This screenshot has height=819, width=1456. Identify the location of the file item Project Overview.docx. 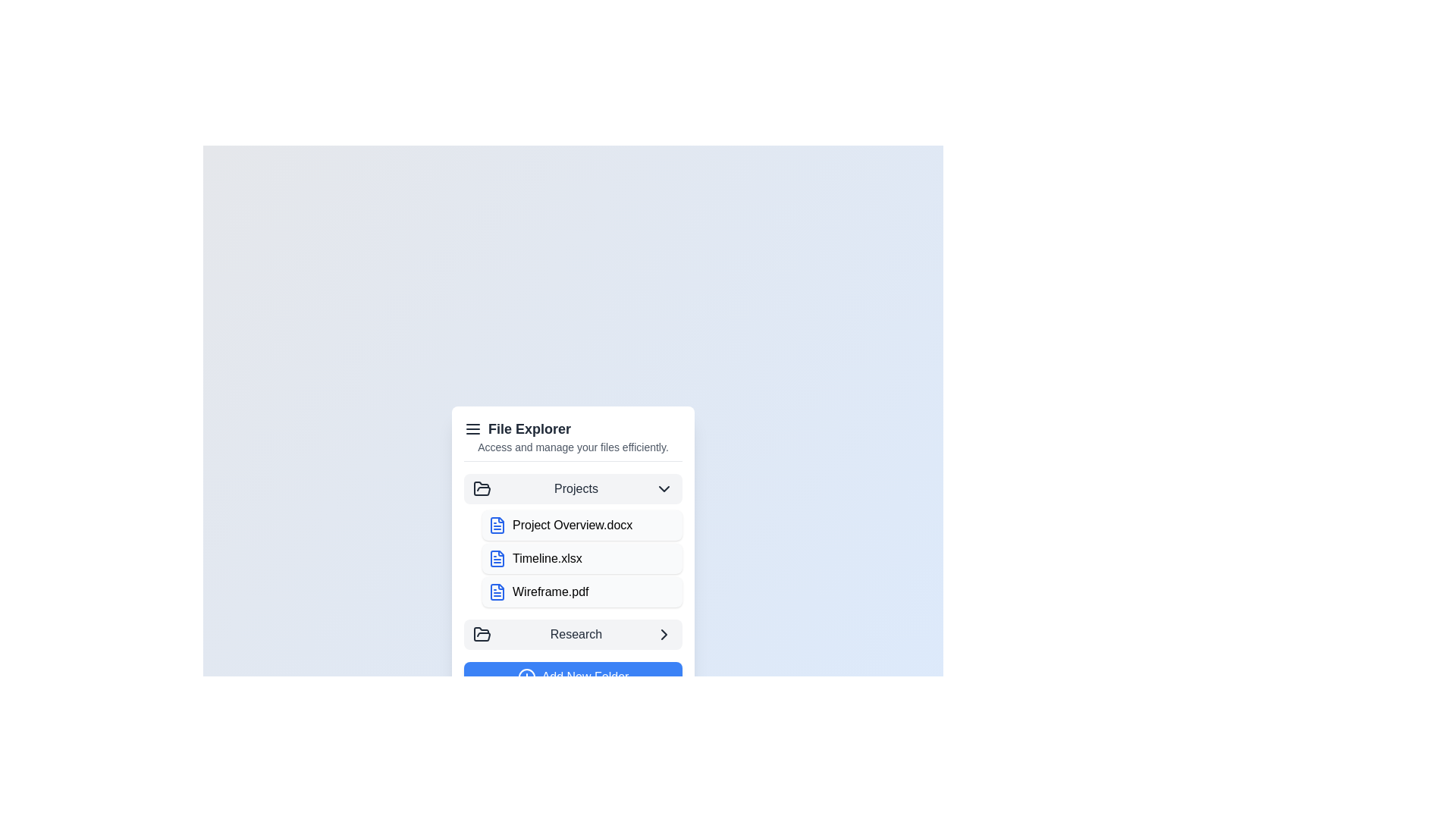
(582, 524).